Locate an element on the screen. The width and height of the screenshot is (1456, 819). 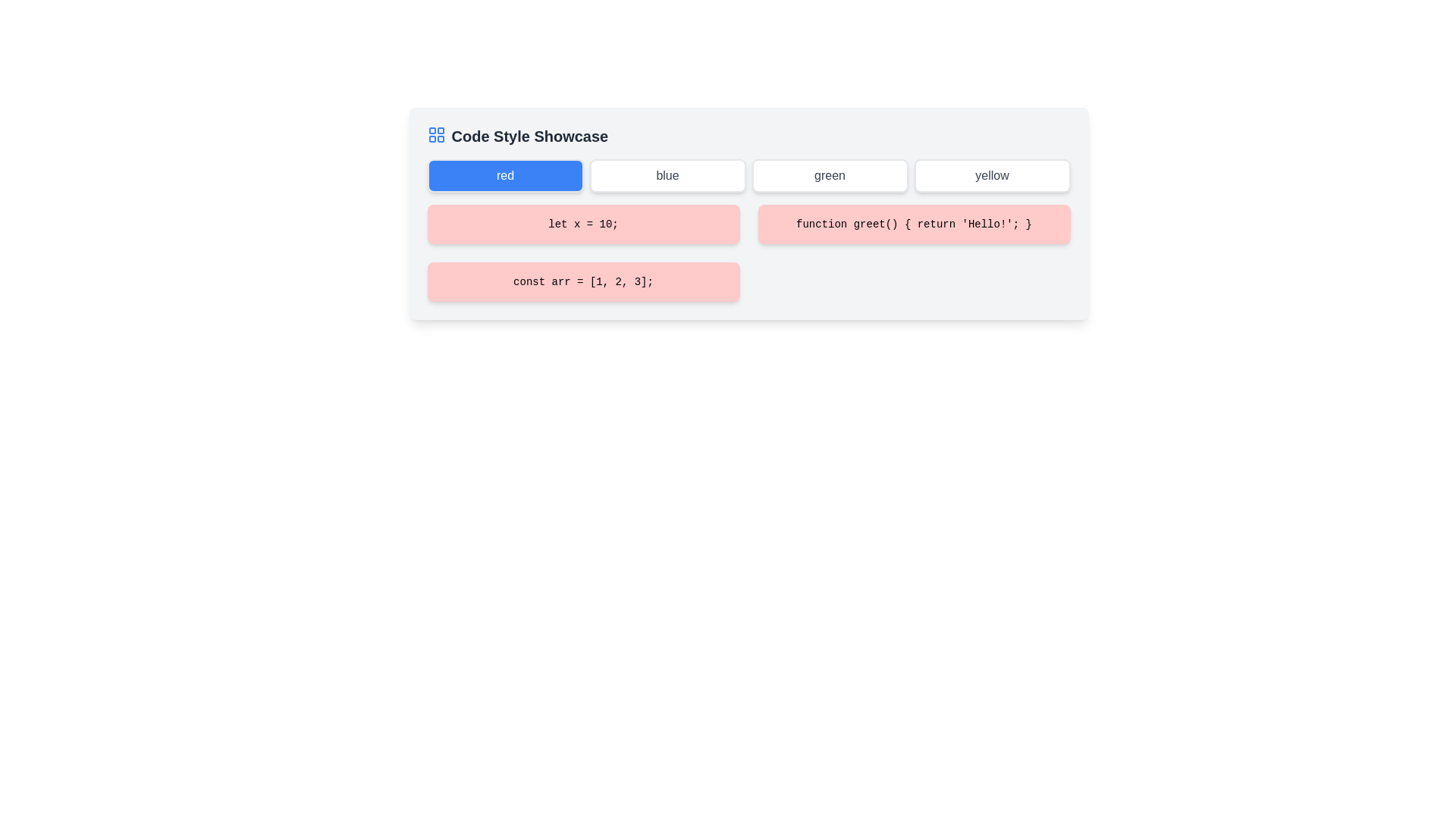
the first button labeled 'red' located below the 'Code Style Showcase' heading is located at coordinates (505, 174).